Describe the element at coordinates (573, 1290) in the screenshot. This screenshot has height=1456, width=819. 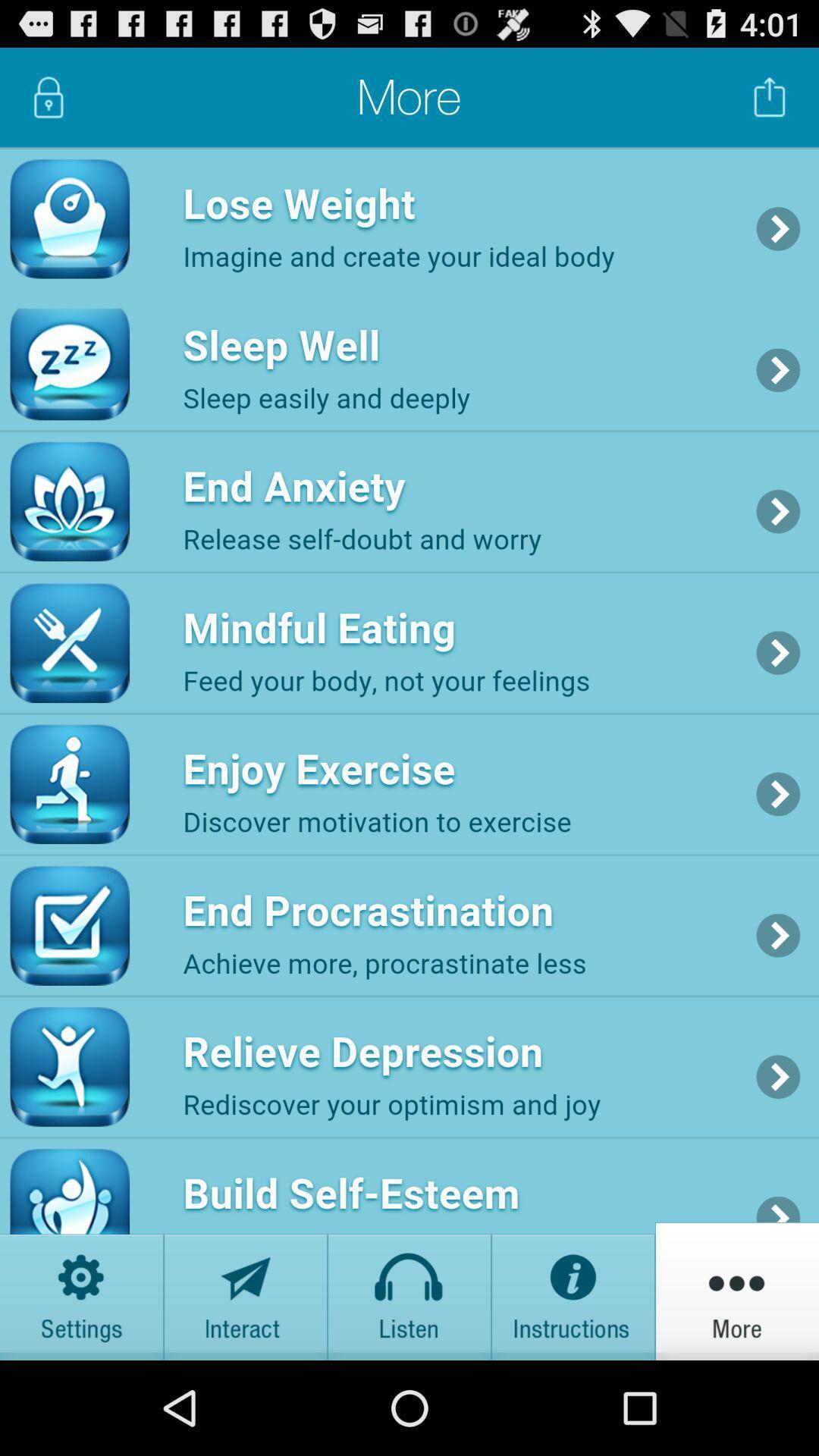
I see `get the instructions` at that location.